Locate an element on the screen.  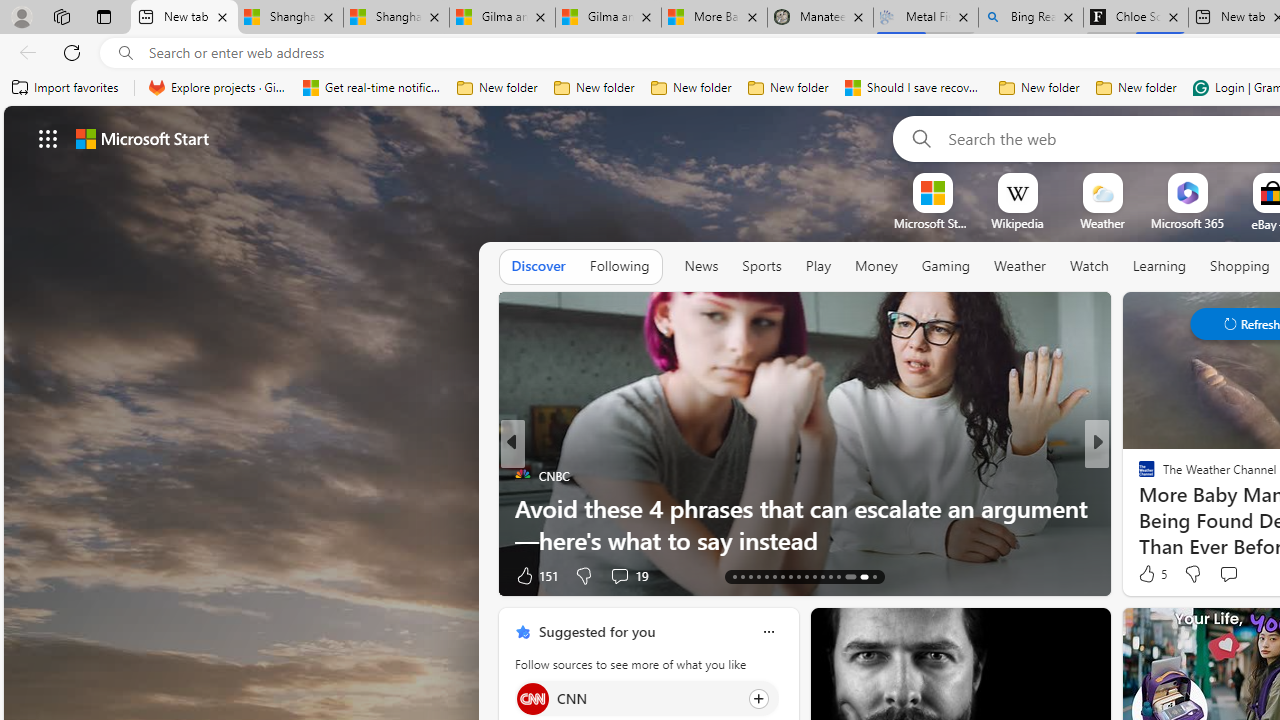
'Weather' is located at coordinates (1020, 265).